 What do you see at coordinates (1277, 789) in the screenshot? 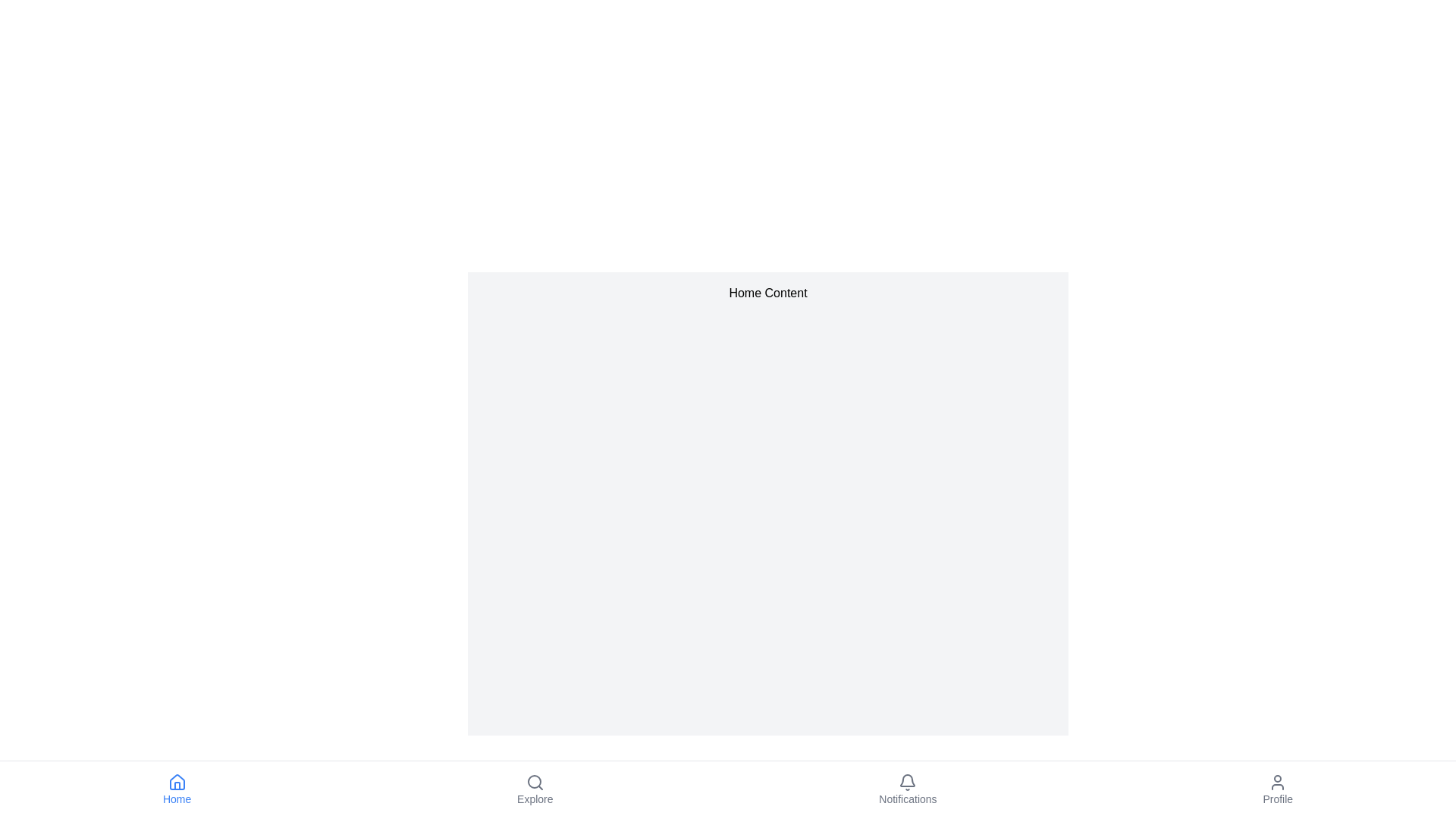
I see `the profile button in the bottom navigation bar` at bounding box center [1277, 789].